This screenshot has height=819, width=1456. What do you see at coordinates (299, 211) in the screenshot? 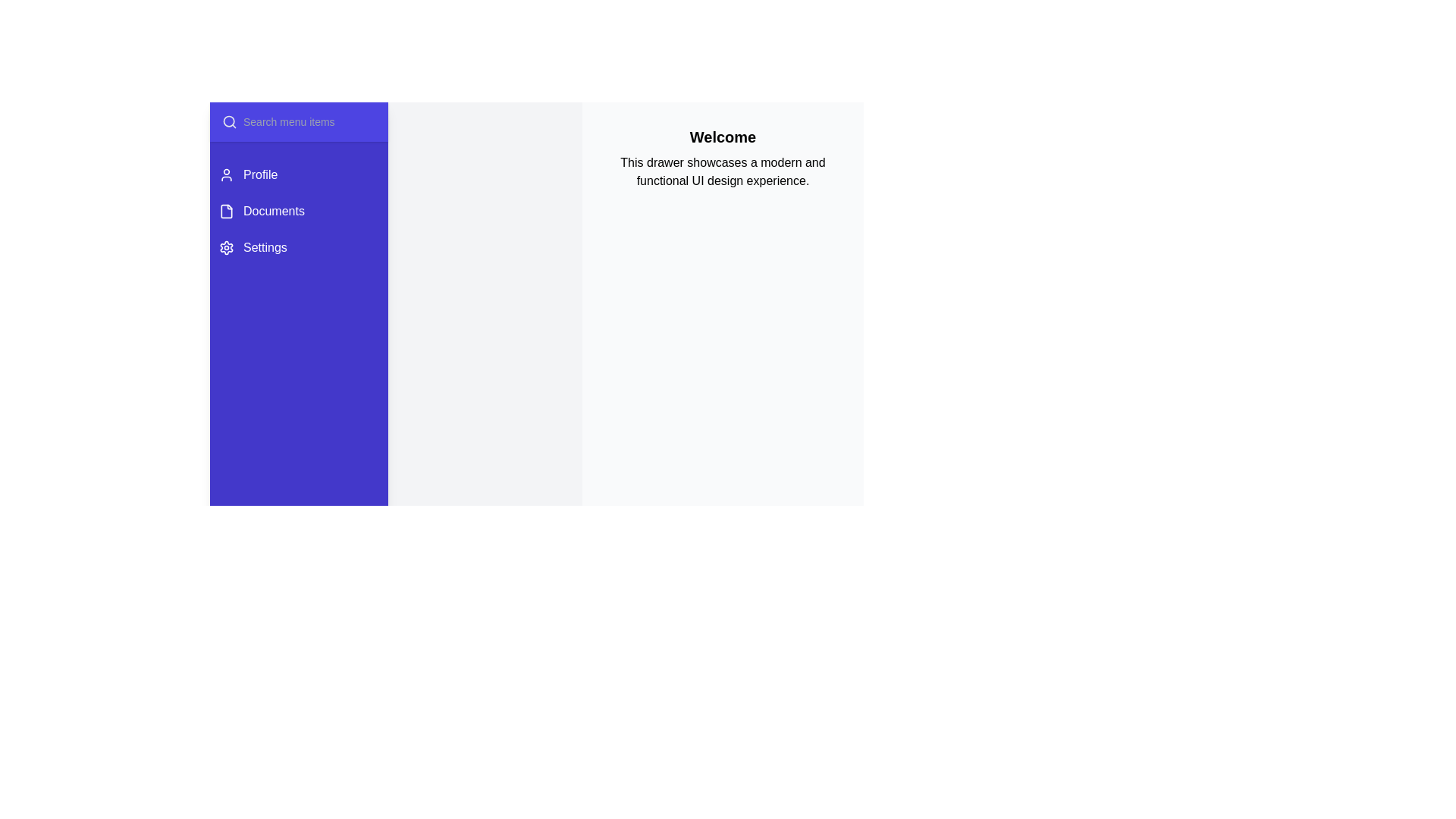
I see `the menu item Documents to select it` at bounding box center [299, 211].